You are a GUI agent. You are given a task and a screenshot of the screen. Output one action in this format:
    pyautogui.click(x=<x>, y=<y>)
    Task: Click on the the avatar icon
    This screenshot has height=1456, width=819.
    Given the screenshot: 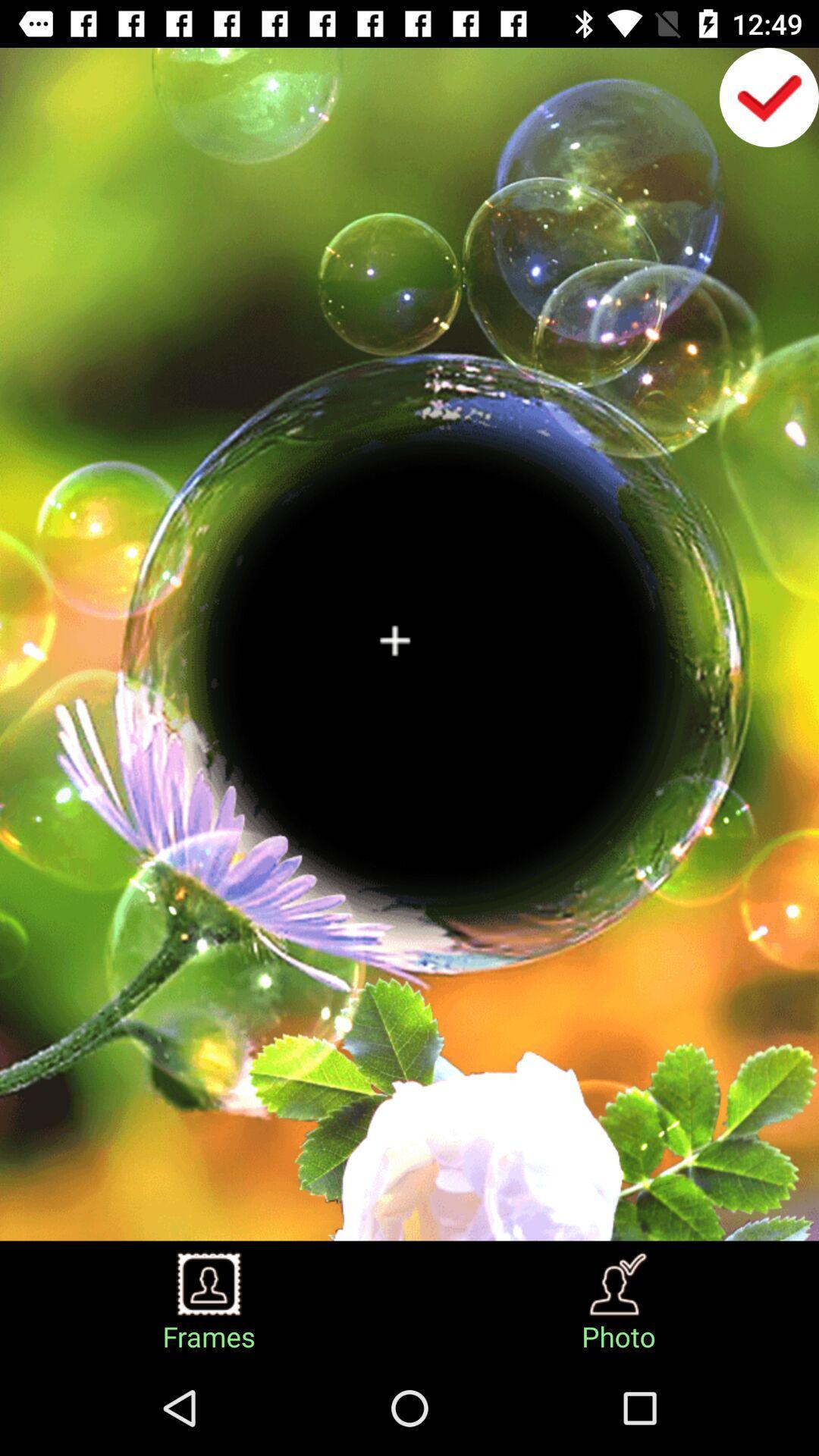 What is the action you would take?
    pyautogui.click(x=209, y=1283)
    